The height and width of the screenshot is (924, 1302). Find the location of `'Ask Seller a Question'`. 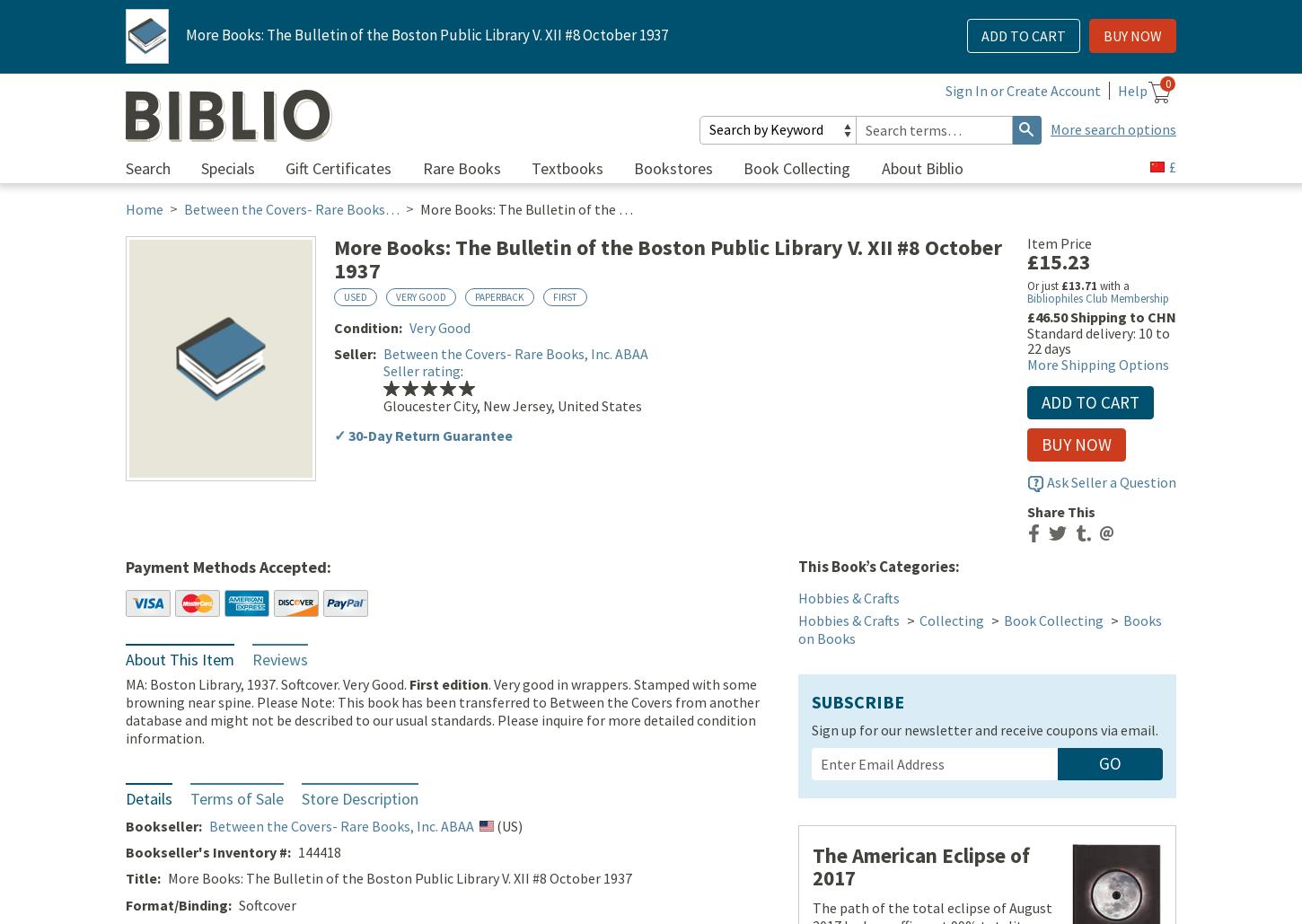

'Ask Seller a Question' is located at coordinates (1112, 482).